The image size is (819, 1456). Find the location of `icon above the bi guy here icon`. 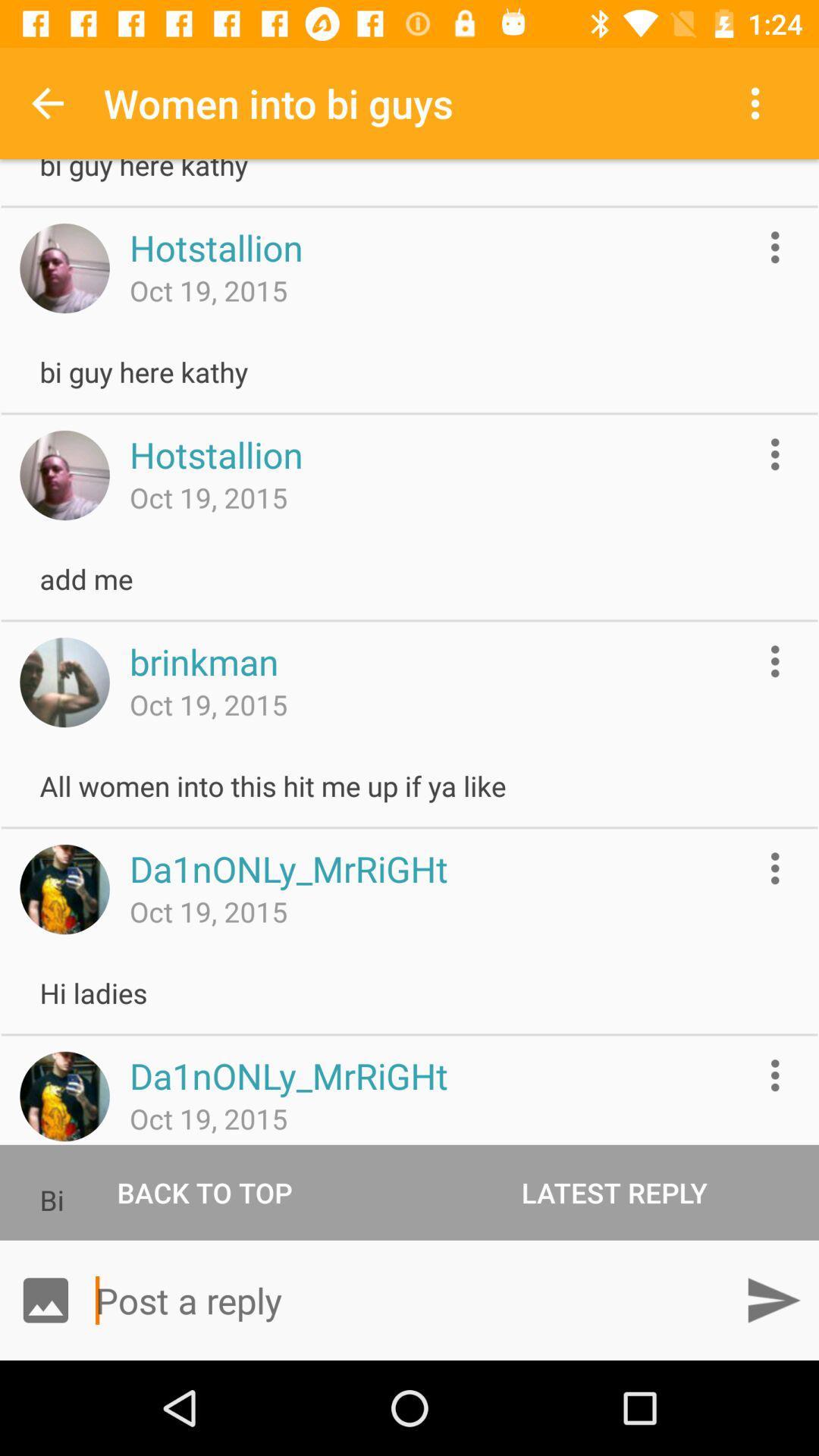

icon above the bi guy here icon is located at coordinates (46, 102).